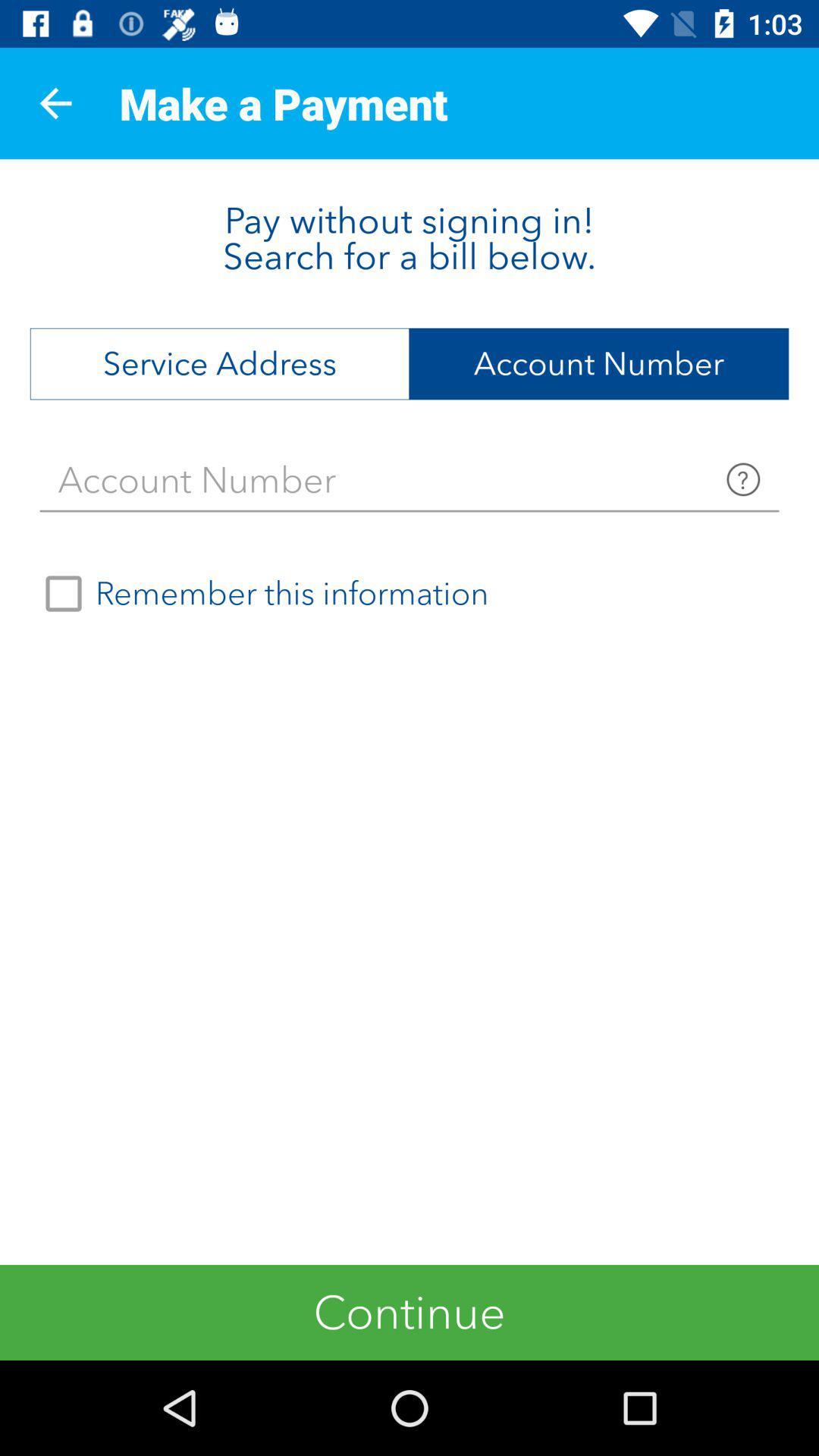  Describe the element at coordinates (219, 364) in the screenshot. I see `icon below the pay without signing item` at that location.